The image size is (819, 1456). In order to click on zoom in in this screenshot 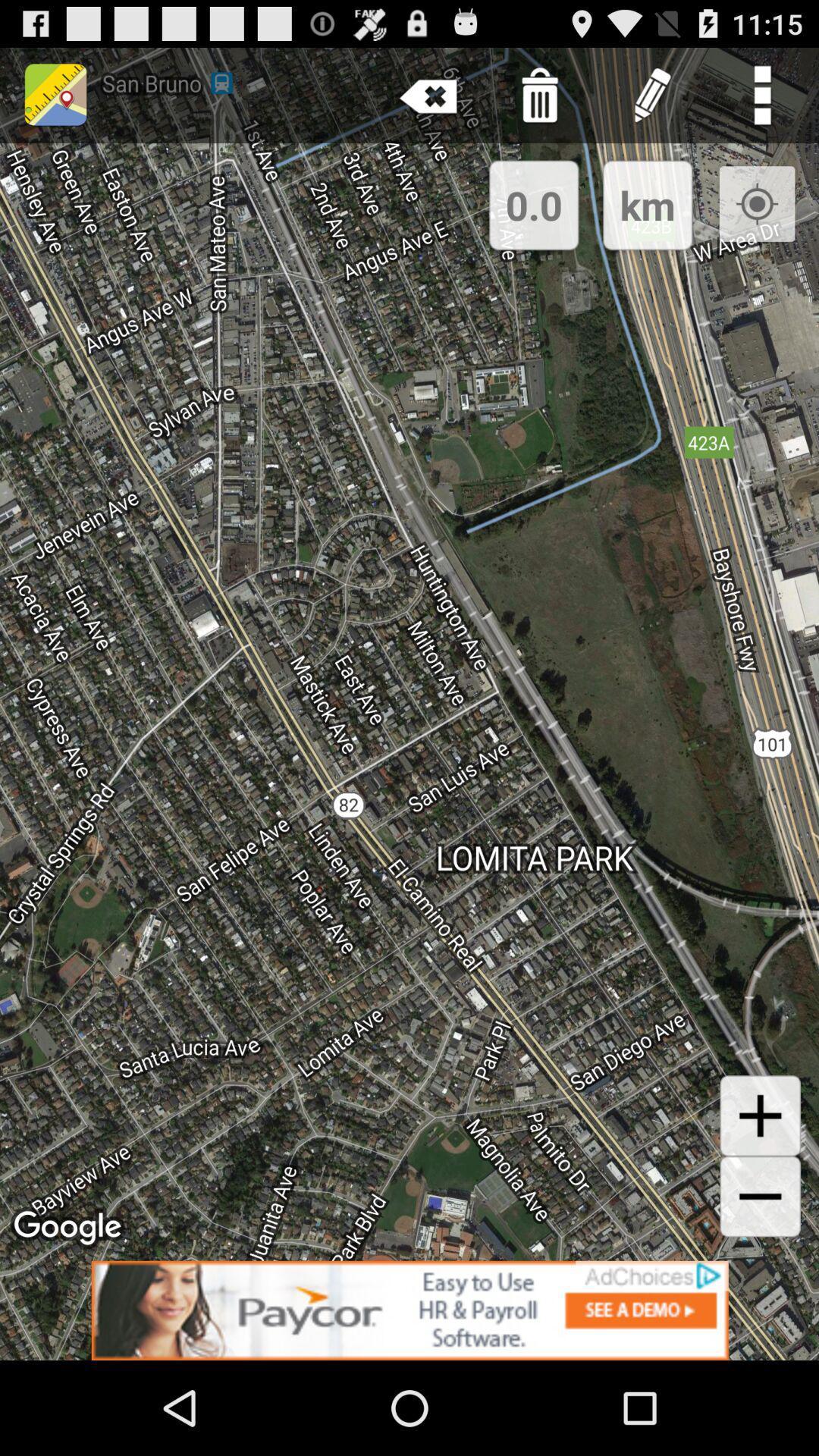, I will do `click(760, 1116)`.